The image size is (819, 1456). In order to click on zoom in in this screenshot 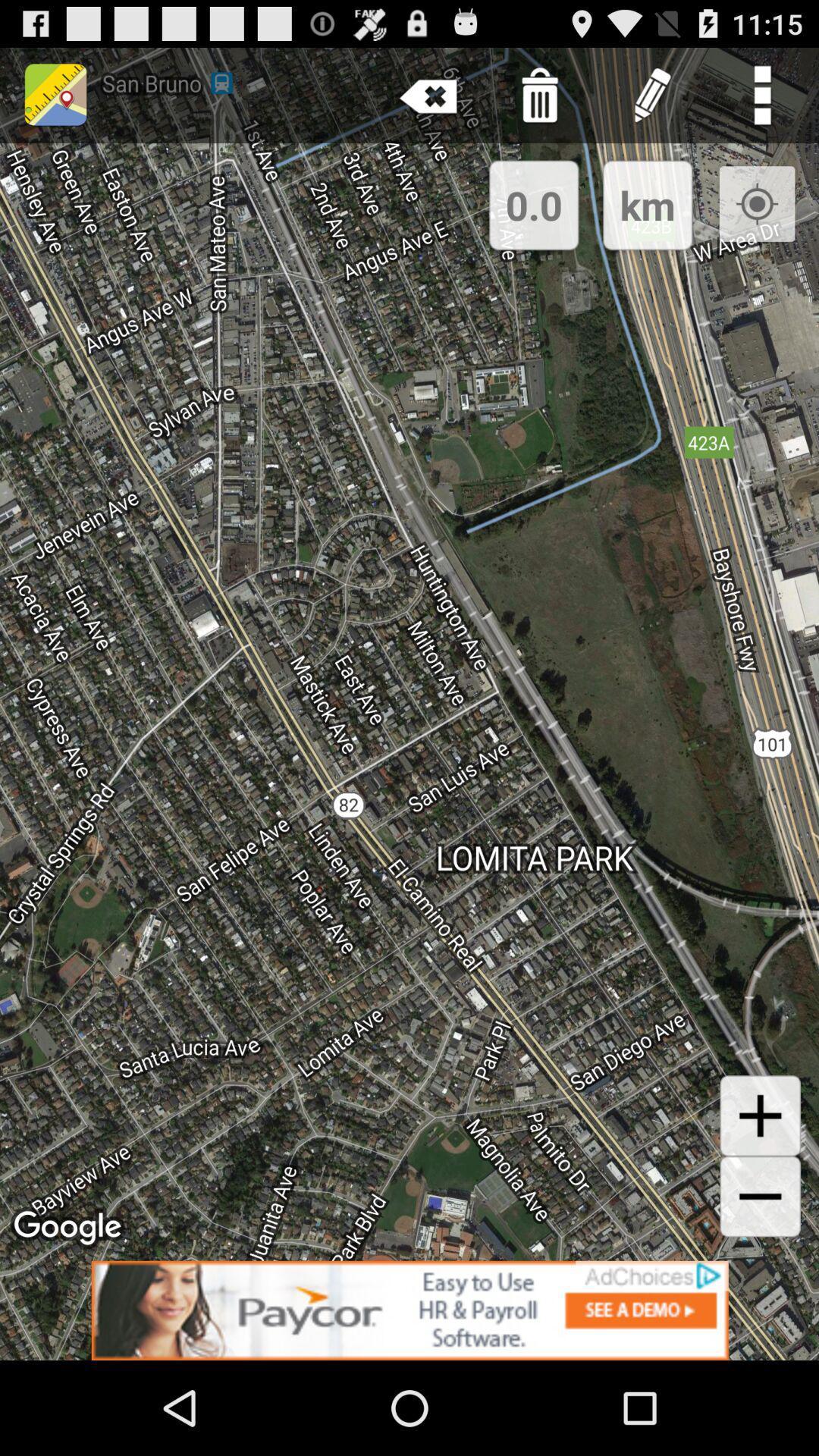, I will do `click(760, 1116)`.